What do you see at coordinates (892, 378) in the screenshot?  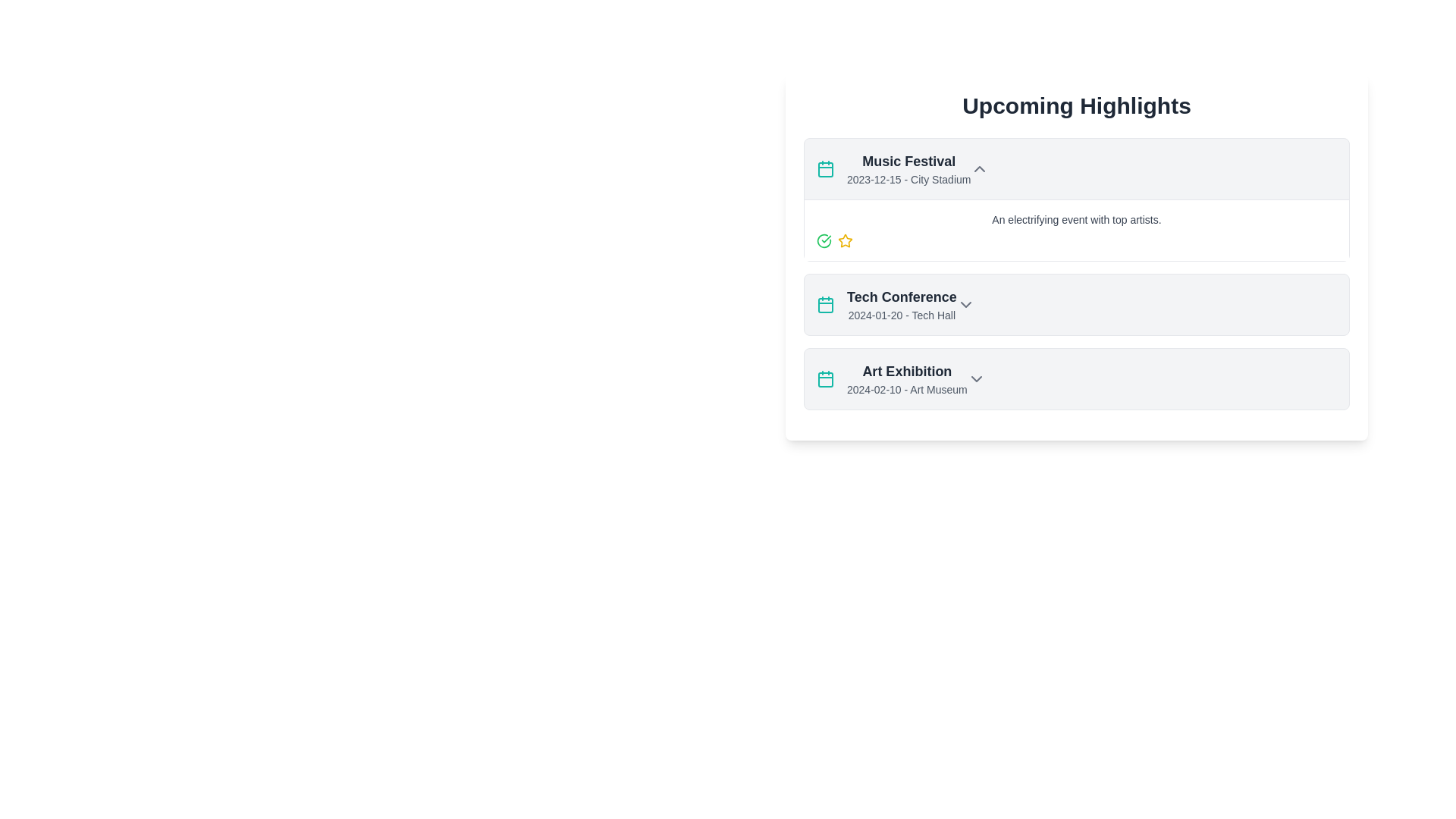 I see `the 'Art Exhibition' list item in the third row of the 'Upcoming Highlights' section to interact further` at bounding box center [892, 378].